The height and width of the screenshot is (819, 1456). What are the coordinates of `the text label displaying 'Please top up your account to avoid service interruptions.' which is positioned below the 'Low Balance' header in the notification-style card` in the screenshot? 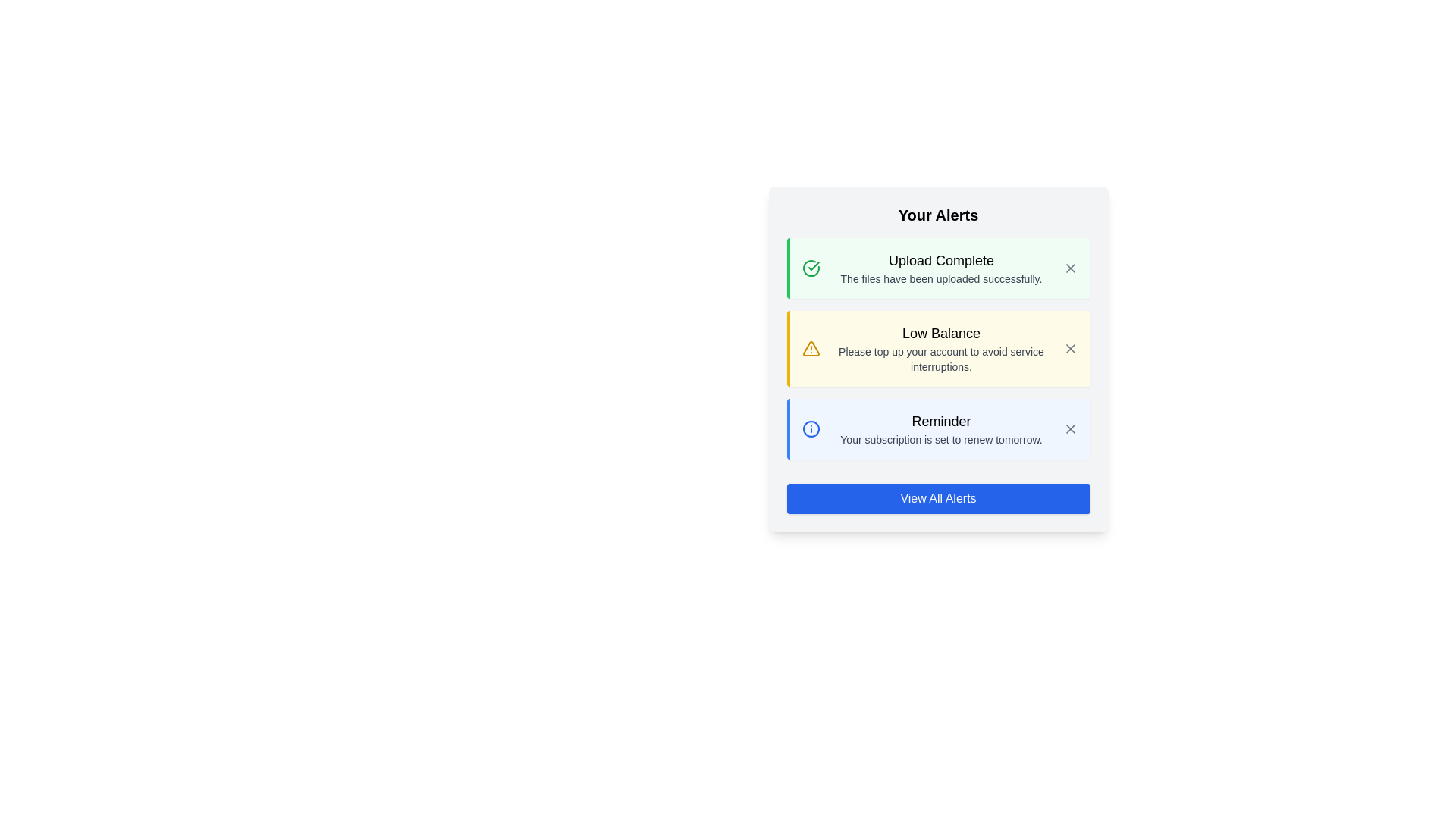 It's located at (940, 359).